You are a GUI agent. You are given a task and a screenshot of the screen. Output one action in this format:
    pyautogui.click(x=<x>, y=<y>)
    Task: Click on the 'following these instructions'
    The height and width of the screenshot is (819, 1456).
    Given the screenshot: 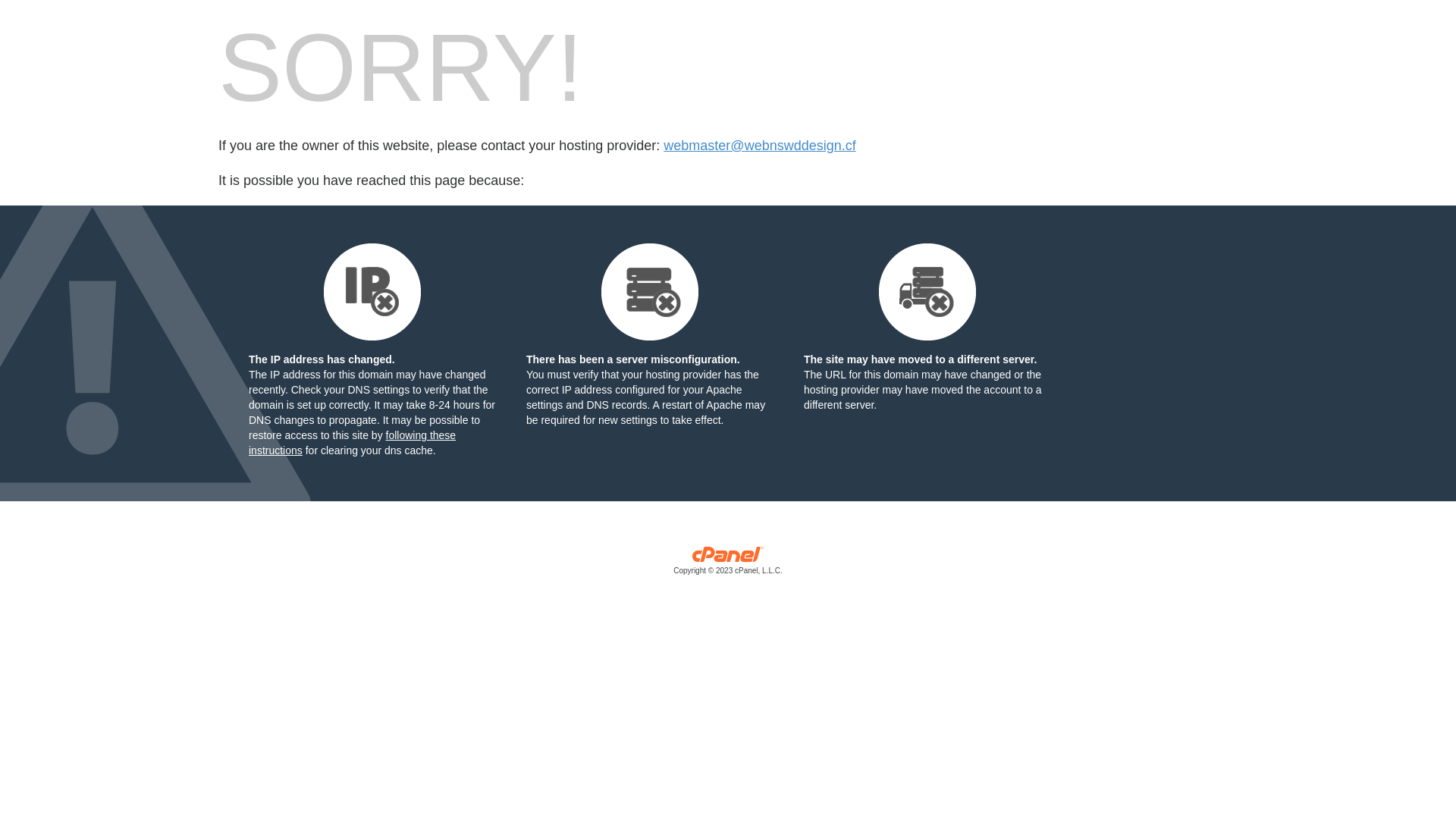 What is the action you would take?
    pyautogui.click(x=351, y=442)
    